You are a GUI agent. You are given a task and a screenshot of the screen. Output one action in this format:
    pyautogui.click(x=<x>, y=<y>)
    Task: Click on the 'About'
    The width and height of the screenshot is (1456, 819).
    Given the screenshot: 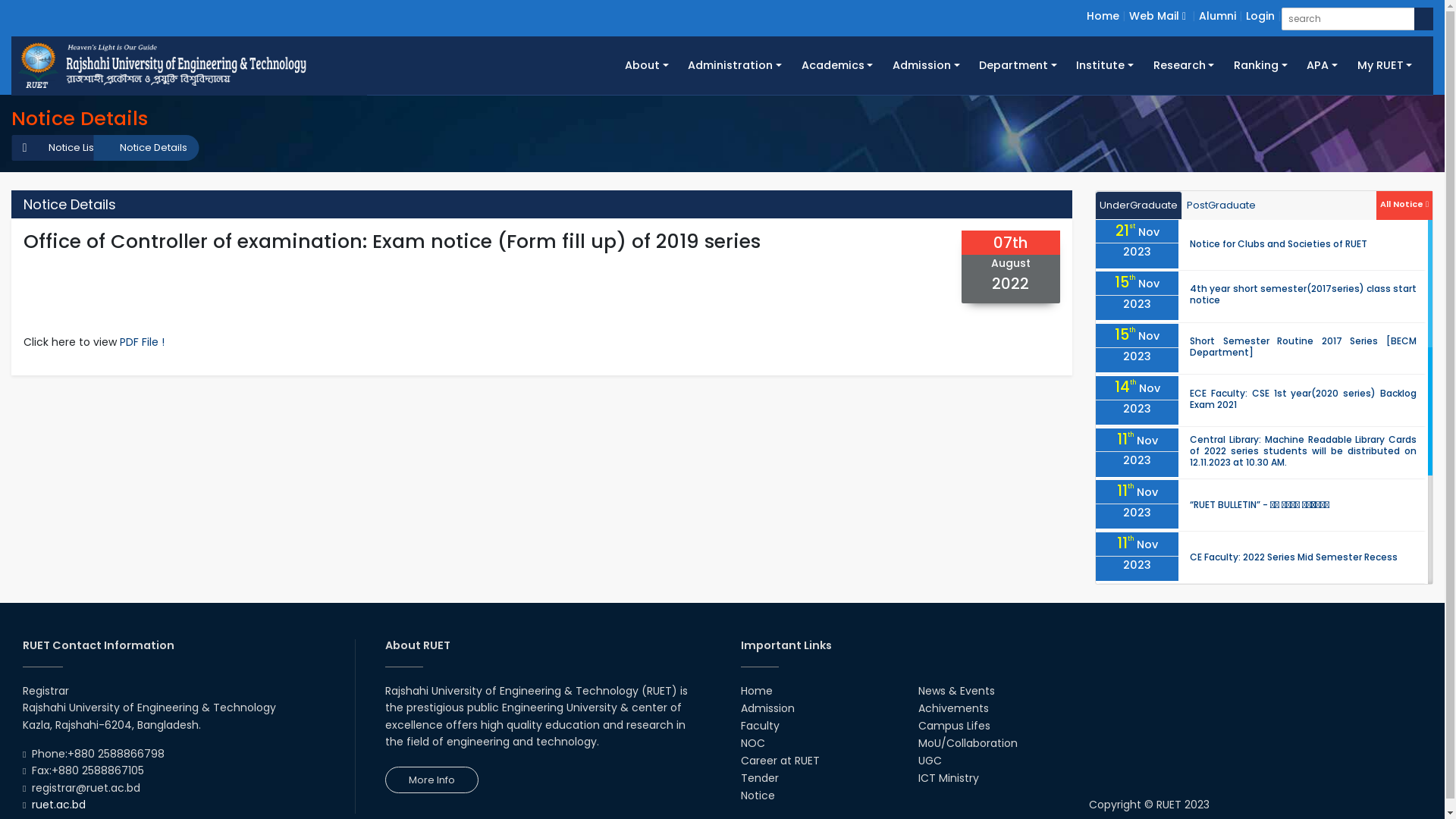 What is the action you would take?
    pyautogui.click(x=646, y=64)
    